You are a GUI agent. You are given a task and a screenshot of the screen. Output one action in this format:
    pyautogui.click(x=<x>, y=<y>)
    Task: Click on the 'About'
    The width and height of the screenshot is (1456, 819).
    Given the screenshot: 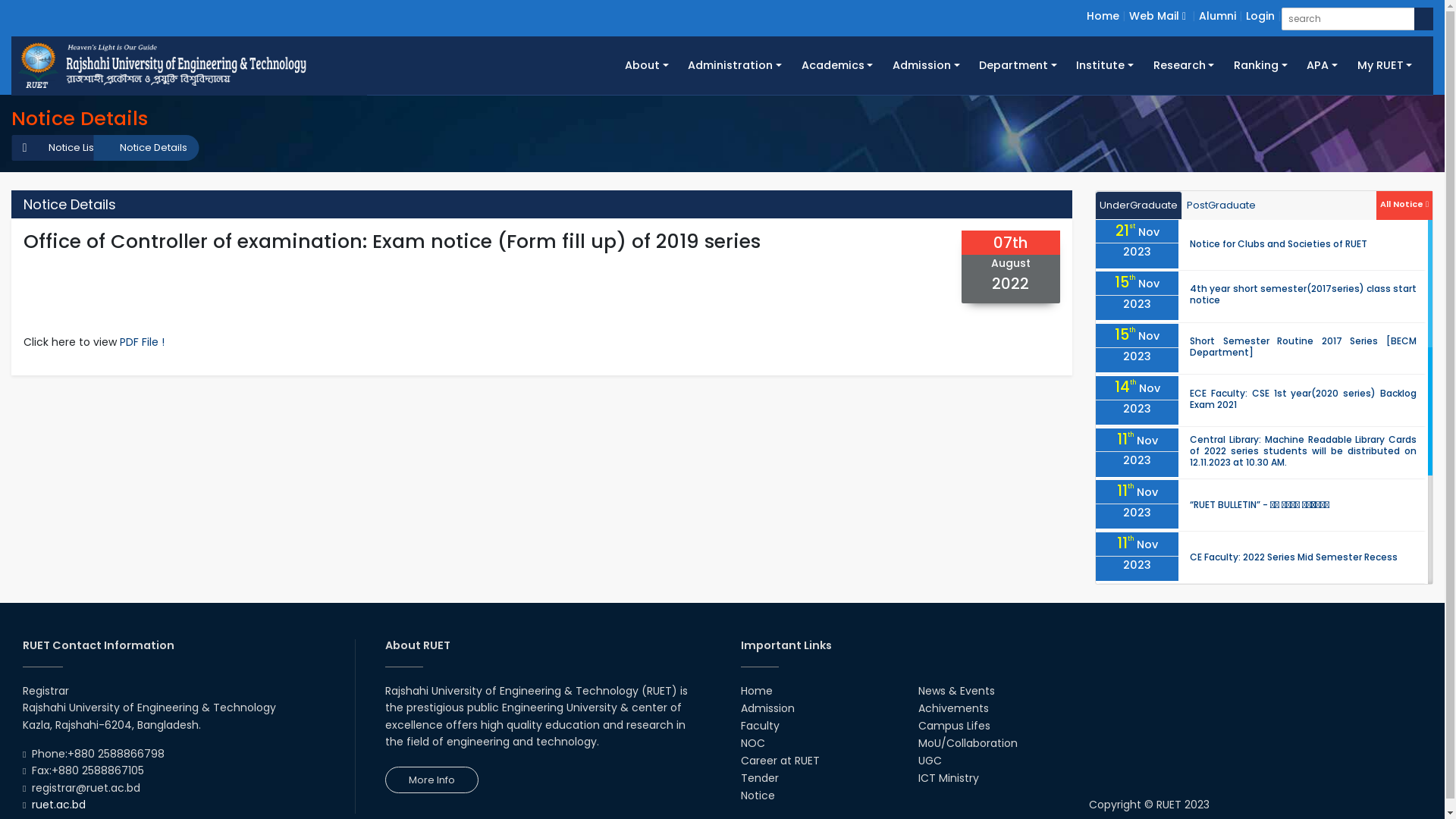 What is the action you would take?
    pyautogui.click(x=646, y=64)
    